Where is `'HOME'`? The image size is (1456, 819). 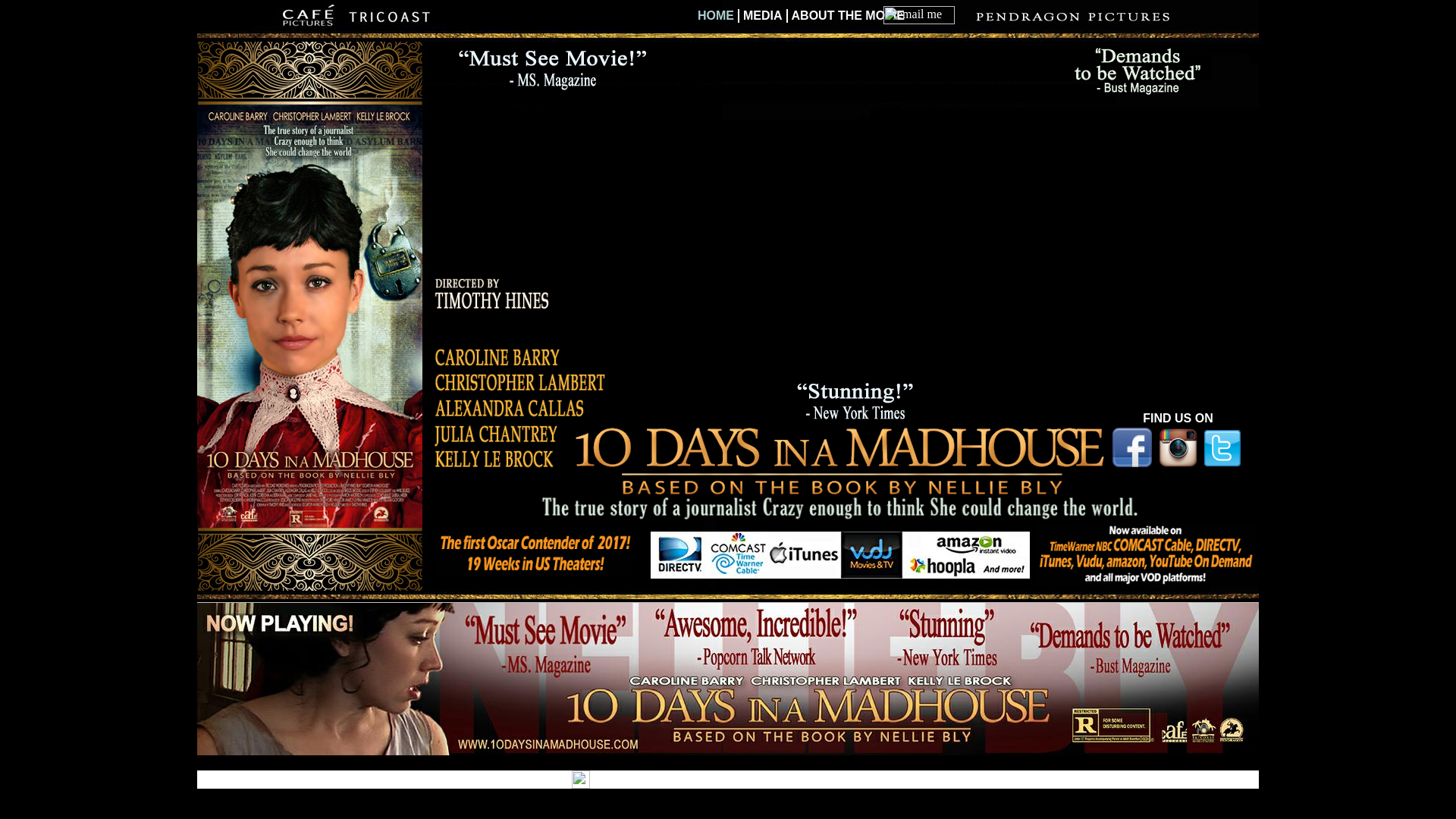 'HOME' is located at coordinates (717, 15).